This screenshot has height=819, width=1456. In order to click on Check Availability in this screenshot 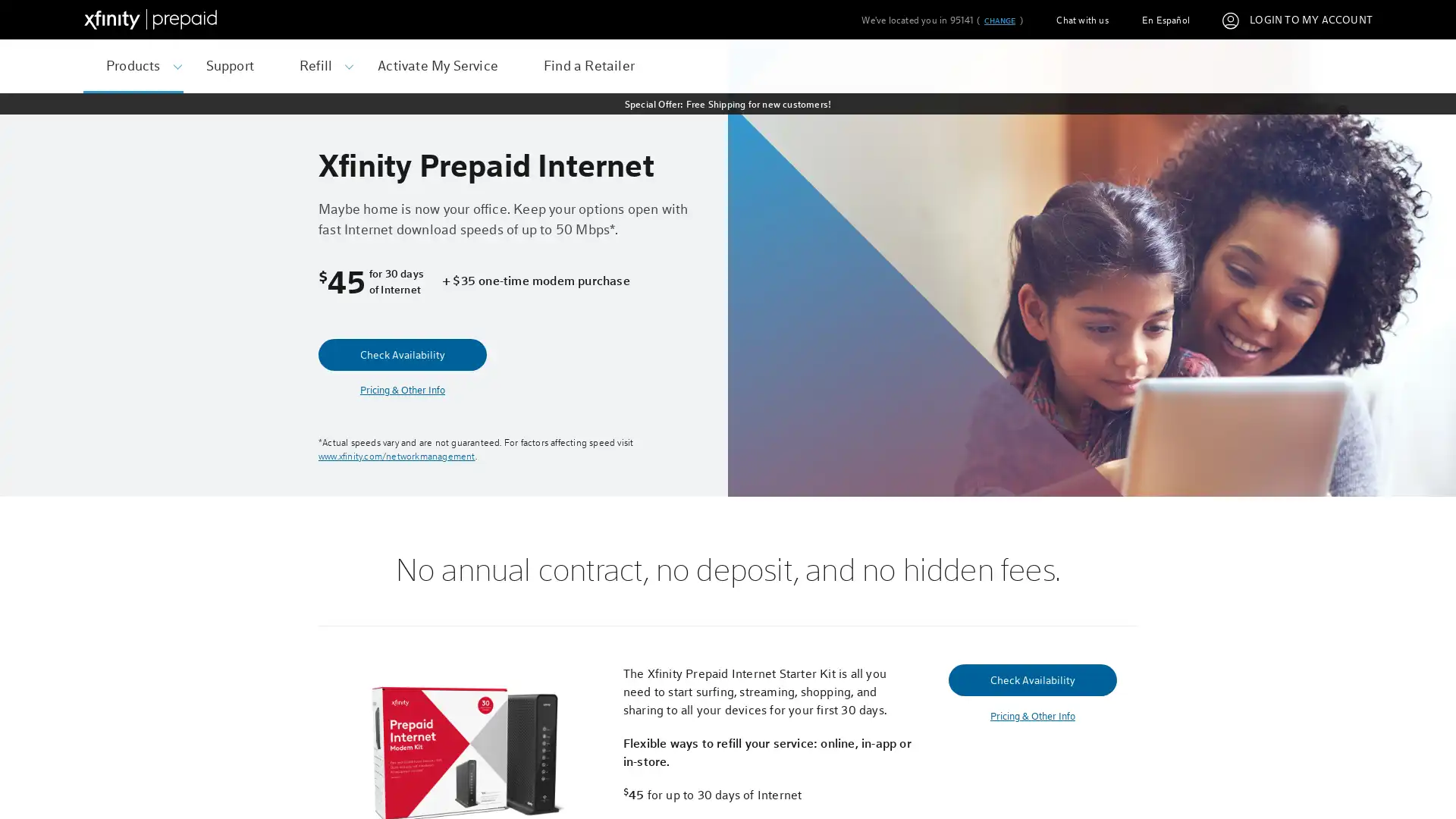, I will do `click(403, 354)`.